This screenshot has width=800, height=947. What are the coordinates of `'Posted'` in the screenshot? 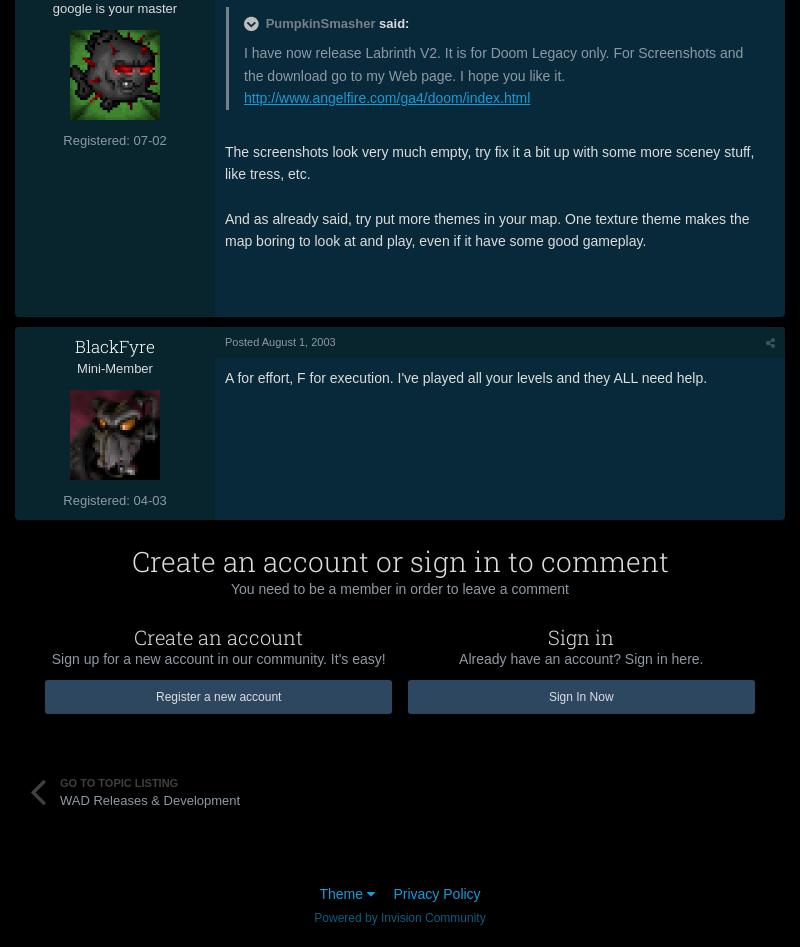 It's located at (241, 340).